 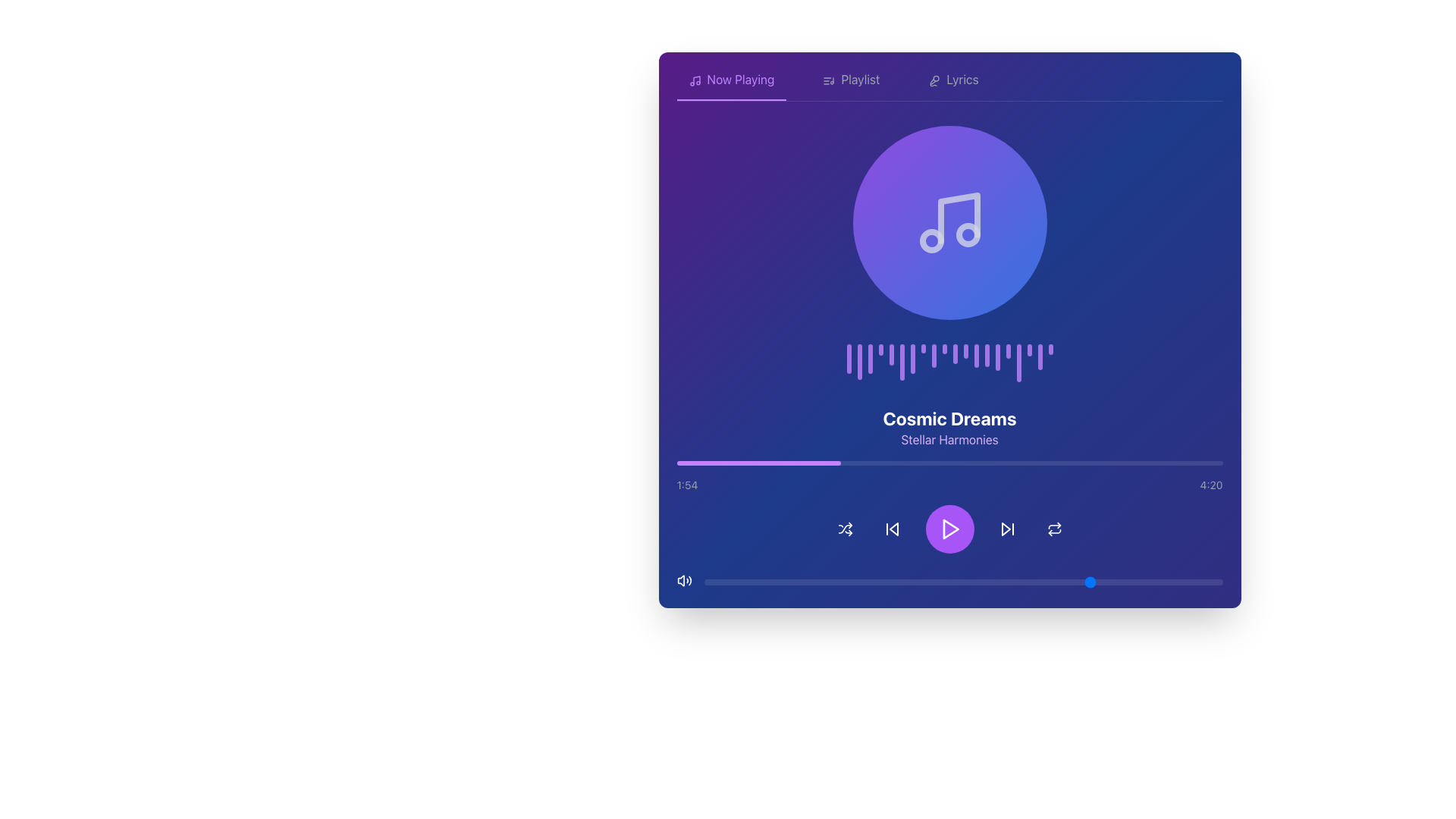 What do you see at coordinates (695, 80) in the screenshot?
I see `the music note icon, which is a thin, minimalistic vector graphic located in the top-left corner of the music interface` at bounding box center [695, 80].